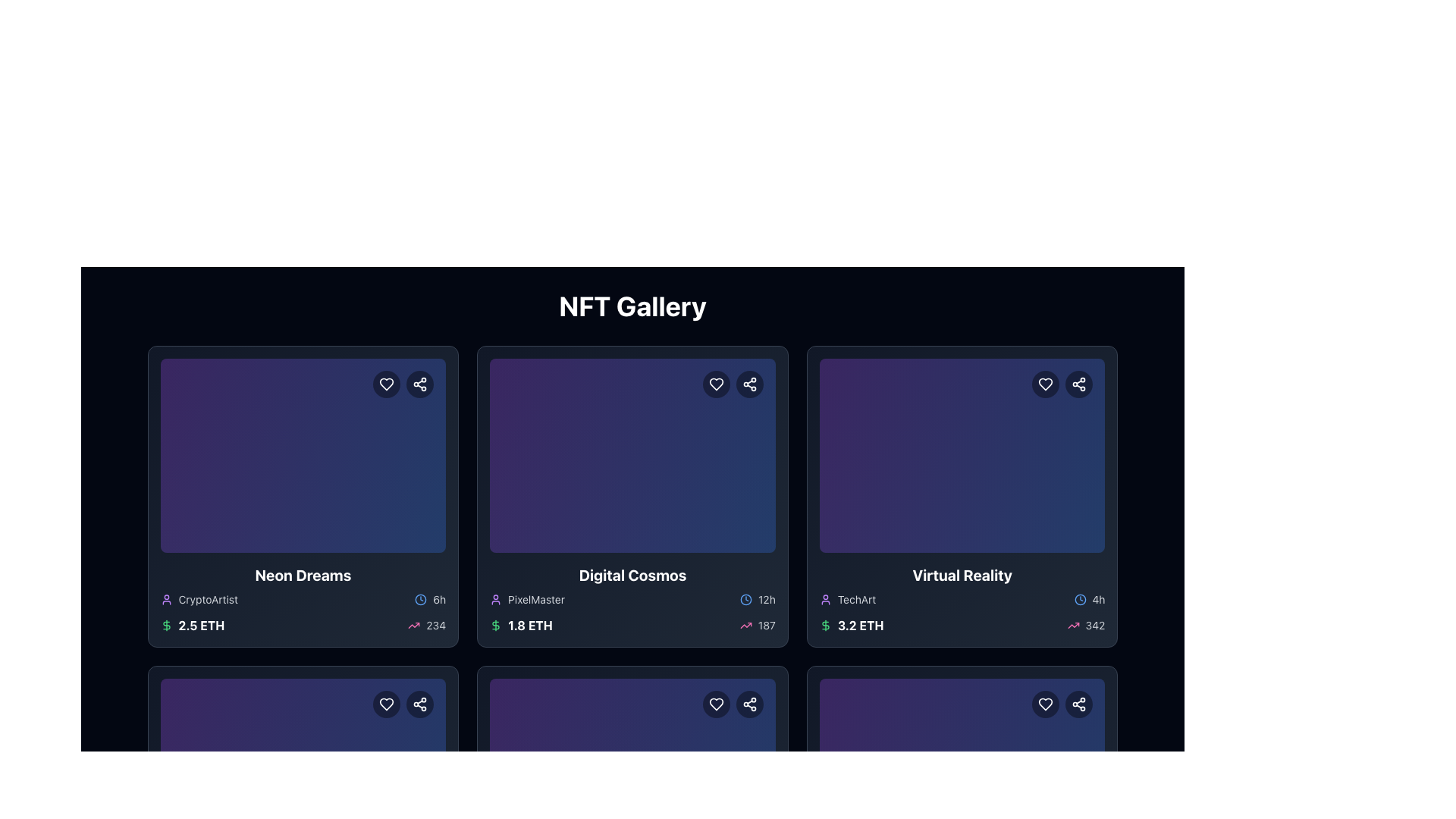  Describe the element at coordinates (861, 626) in the screenshot. I see `value displayed in the text element showing the price in 'ETH' cryptocurrency, located beneath the 'Virtual Reality' title as the last of four elements in a horizontal layout` at that location.